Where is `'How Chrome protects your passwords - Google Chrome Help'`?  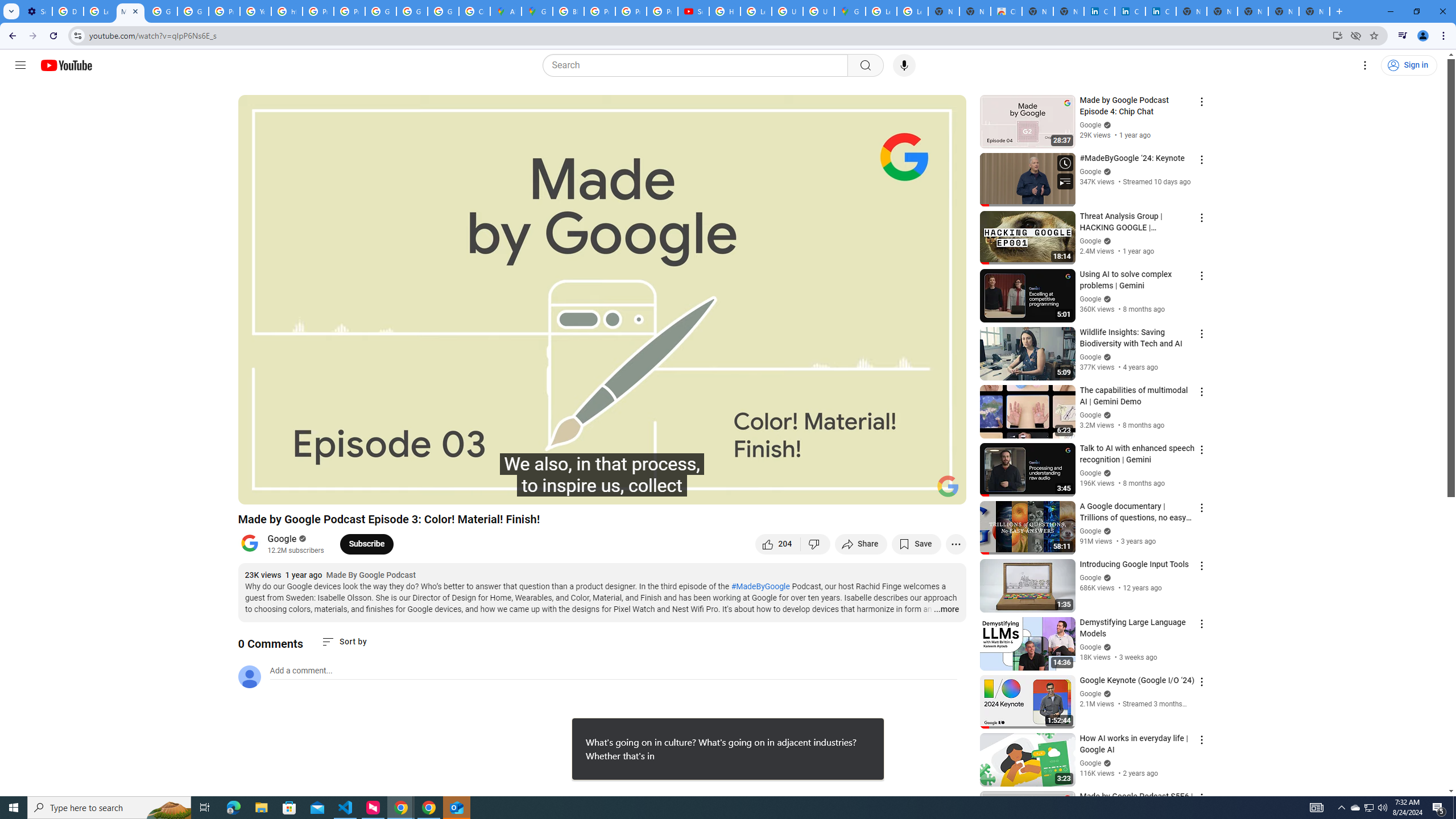
'How Chrome protects your passwords - Google Chrome Help' is located at coordinates (724, 11).